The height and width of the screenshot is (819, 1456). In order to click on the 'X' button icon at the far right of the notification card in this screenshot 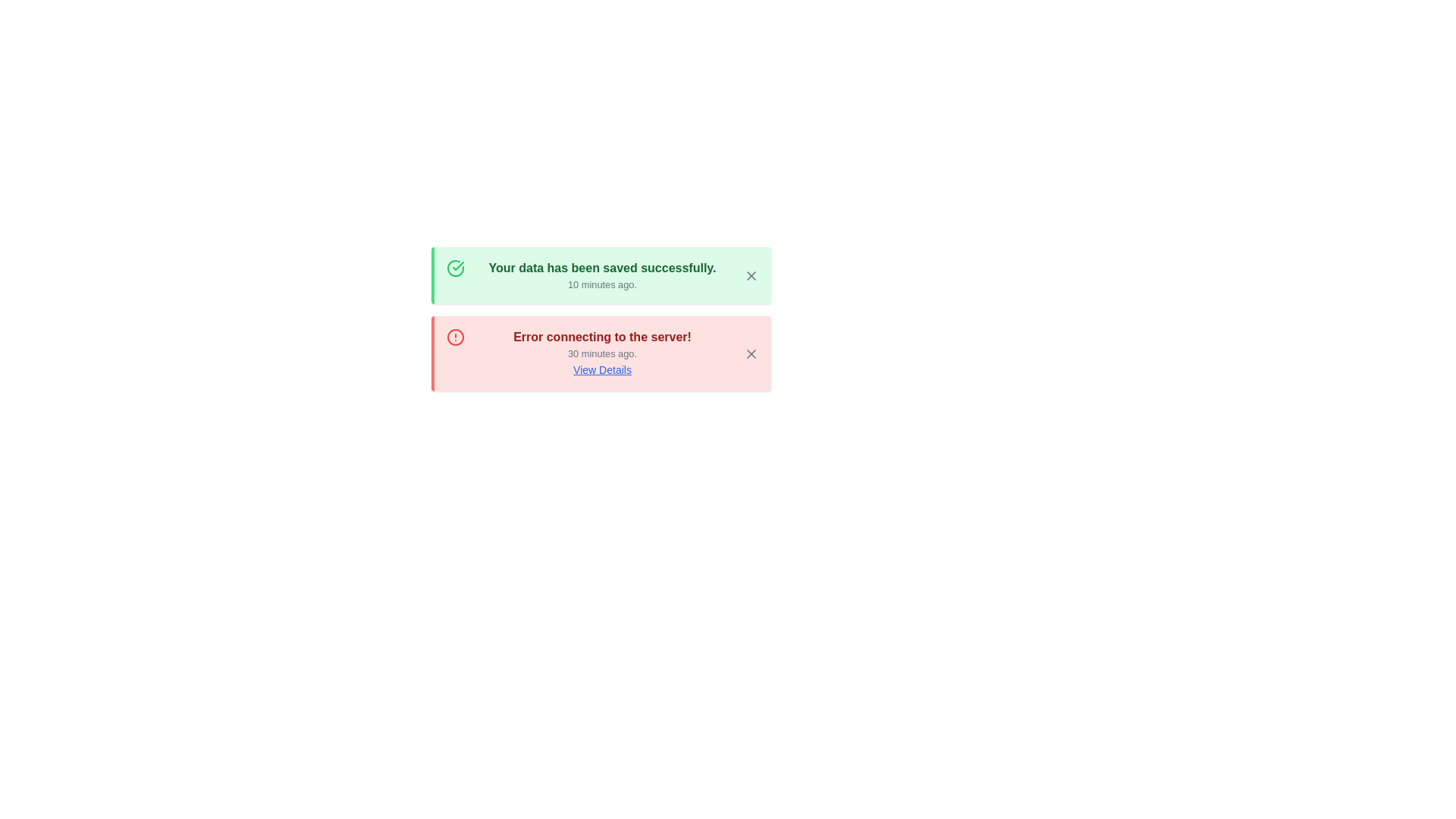, I will do `click(751, 353)`.